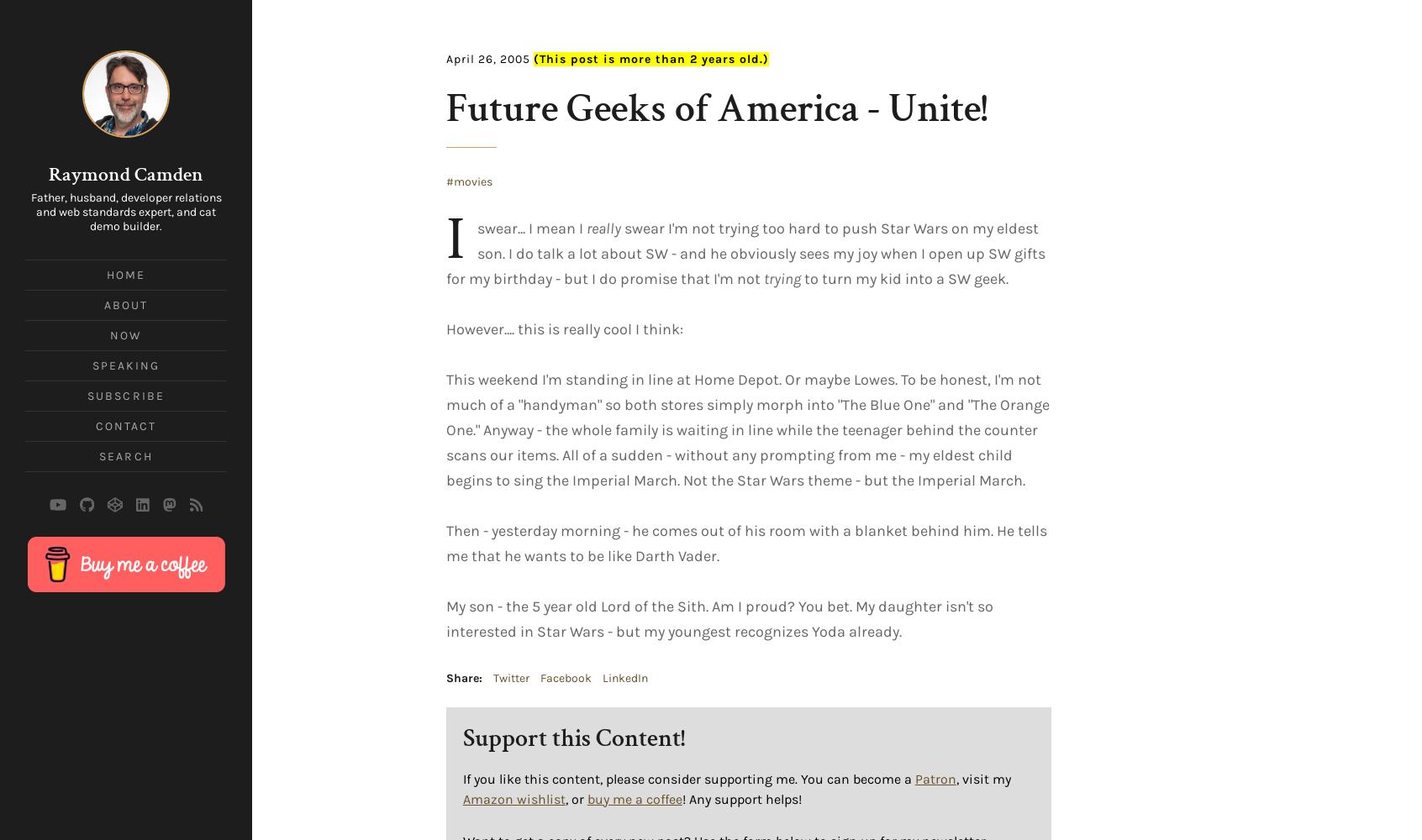 The height and width of the screenshot is (840, 1422). I want to click on 'to turn my kid into a SW geek.', so click(903, 278).